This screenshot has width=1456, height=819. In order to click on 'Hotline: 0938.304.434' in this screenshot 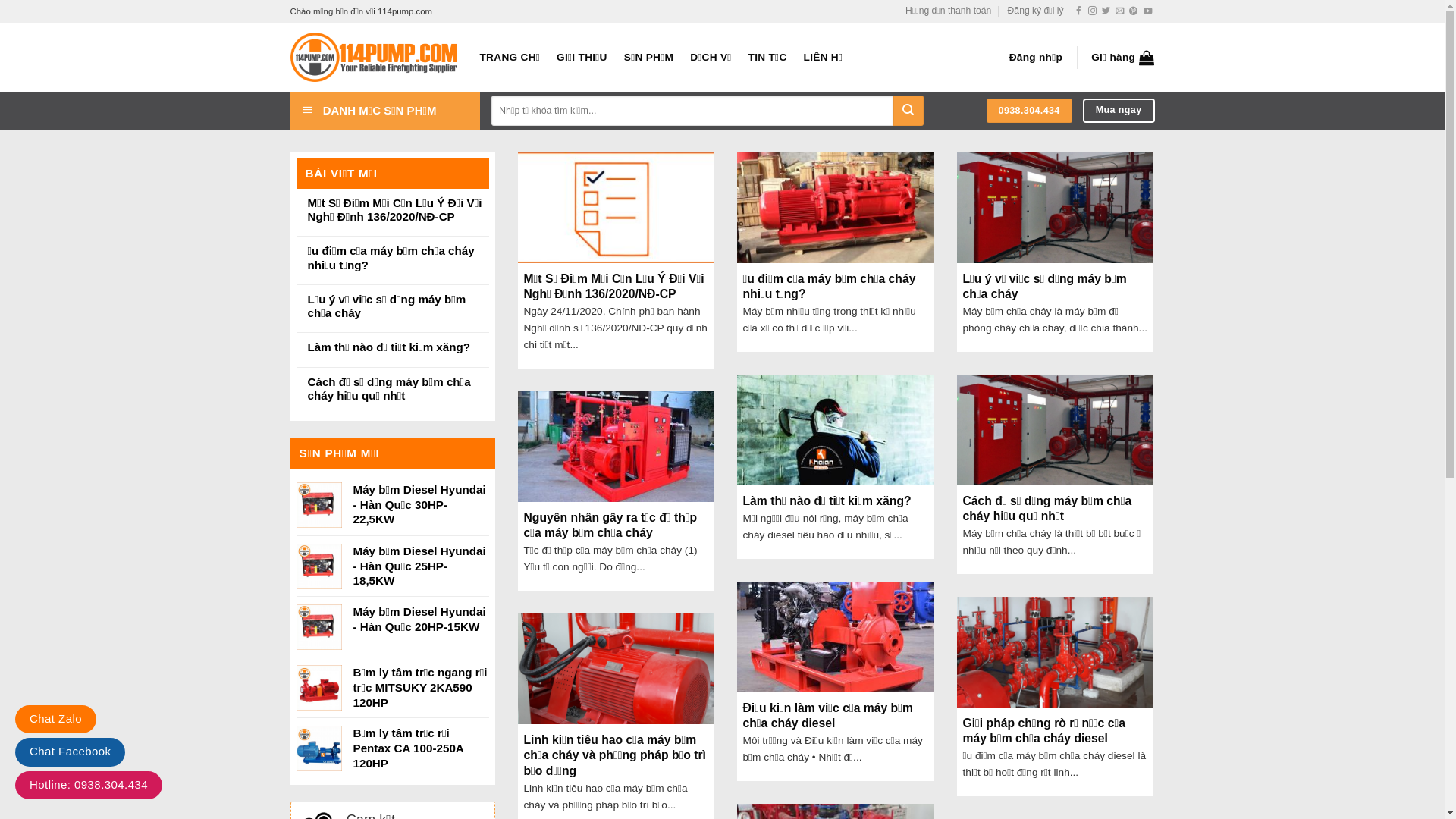, I will do `click(87, 785)`.